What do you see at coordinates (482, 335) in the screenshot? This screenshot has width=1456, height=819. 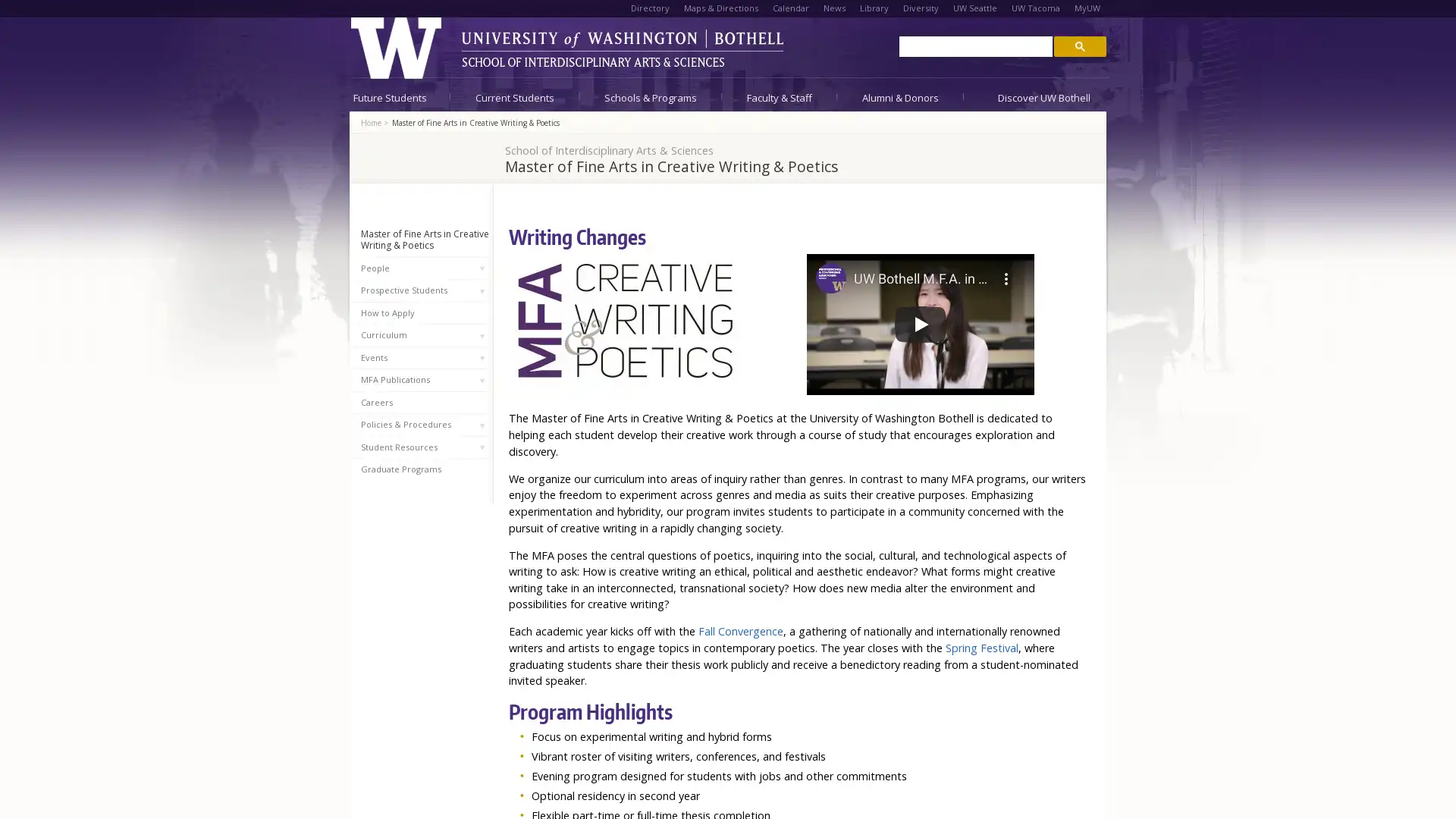 I see `Curriculum Submenu` at bounding box center [482, 335].